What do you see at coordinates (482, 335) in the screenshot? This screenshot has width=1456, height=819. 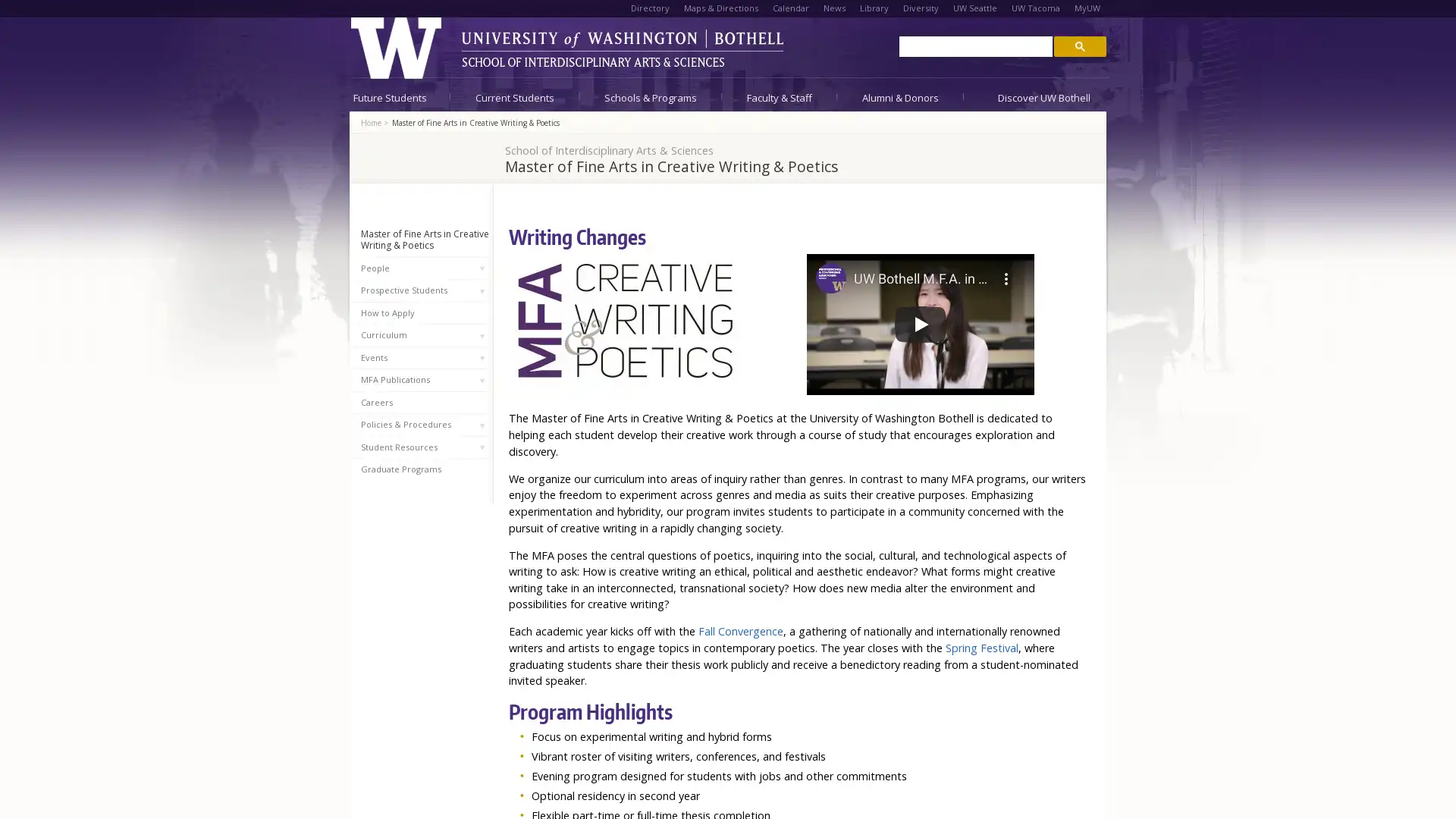 I see `Curriculum Submenu` at bounding box center [482, 335].